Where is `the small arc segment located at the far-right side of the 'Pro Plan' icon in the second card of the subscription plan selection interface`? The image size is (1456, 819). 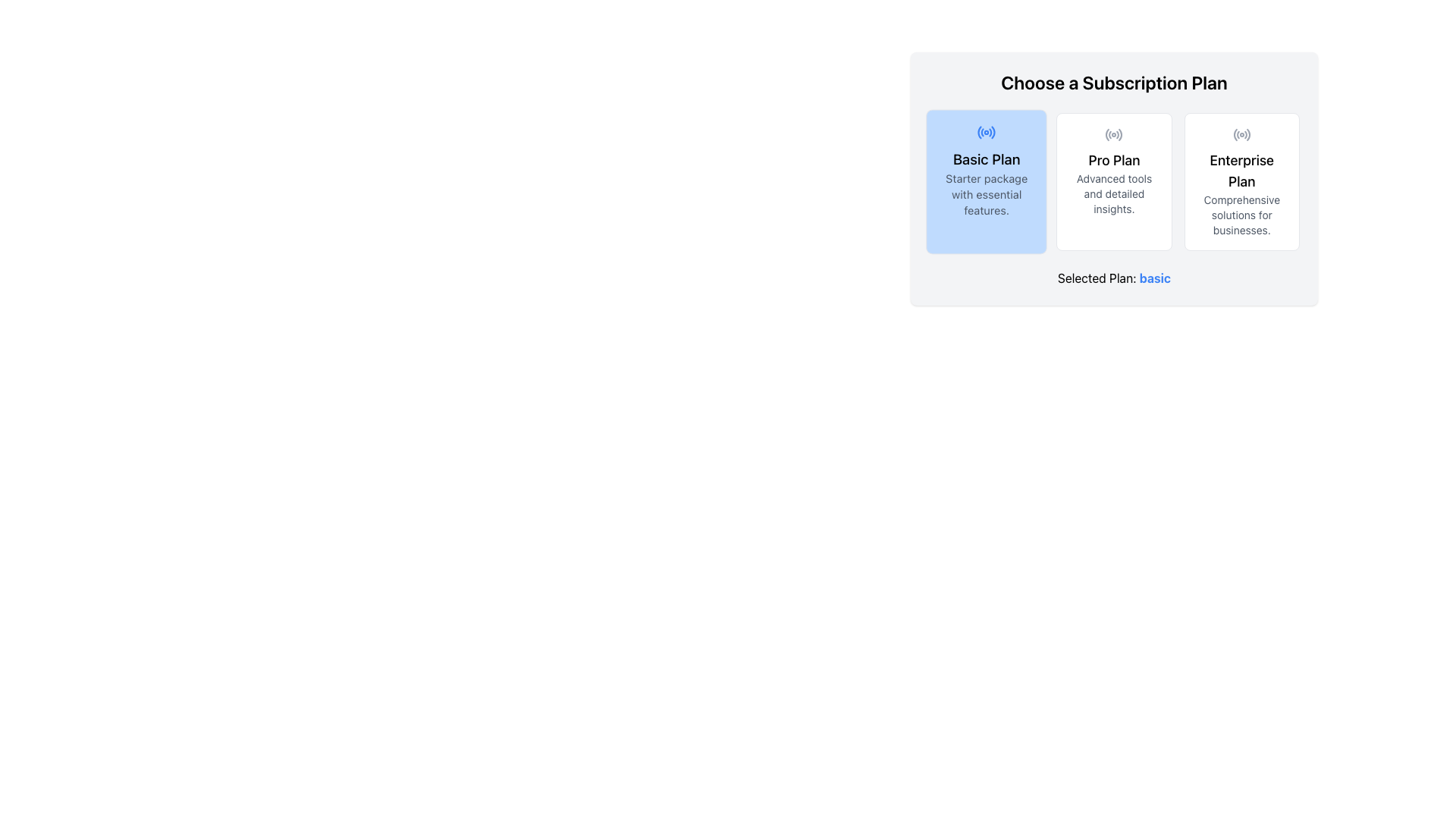
the small arc segment located at the far-right side of the 'Pro Plan' icon in the second card of the subscription plan selection interface is located at coordinates (1121, 133).